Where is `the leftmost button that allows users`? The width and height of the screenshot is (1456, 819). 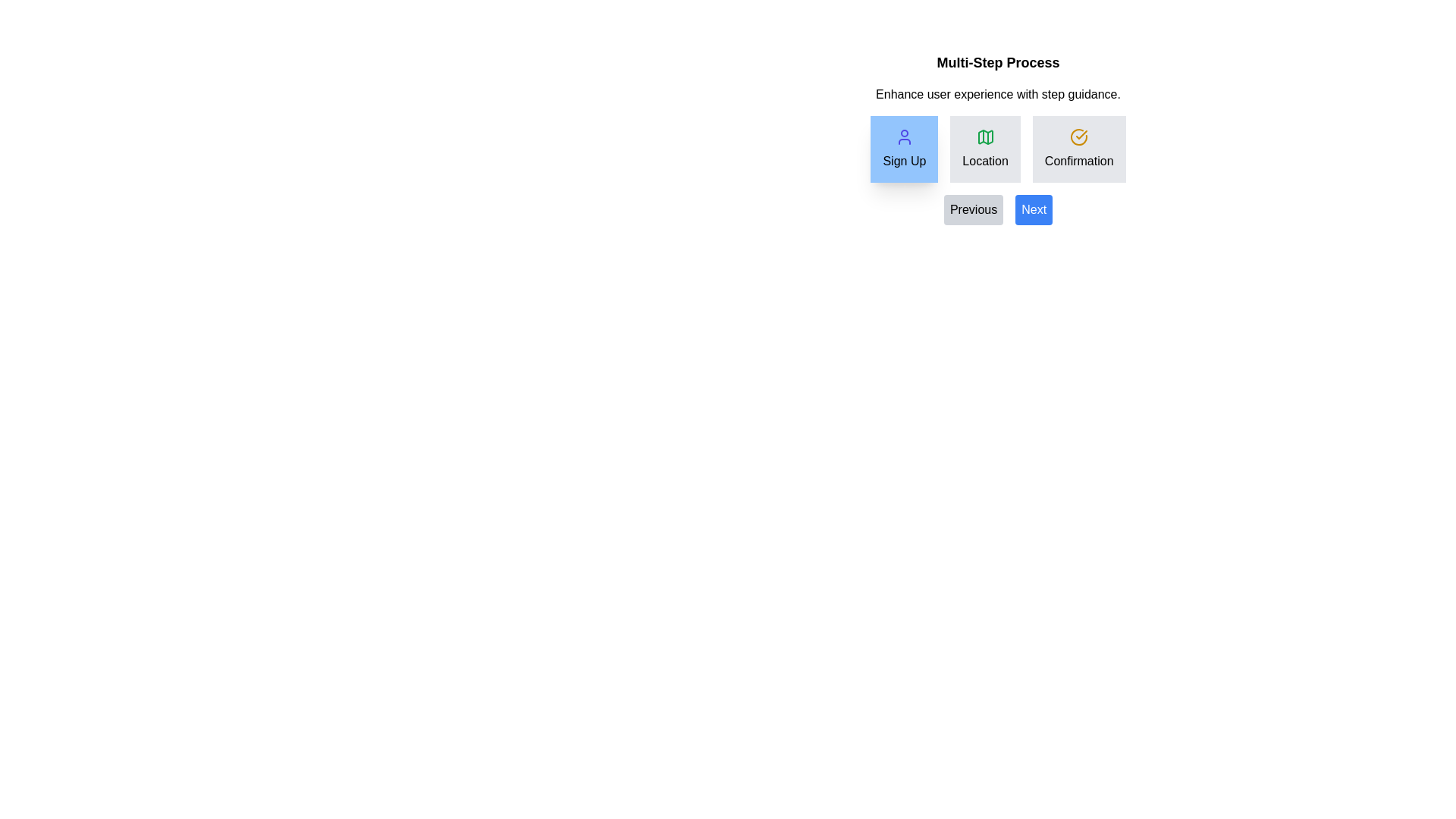
the leftmost button that allows users is located at coordinates (974, 210).